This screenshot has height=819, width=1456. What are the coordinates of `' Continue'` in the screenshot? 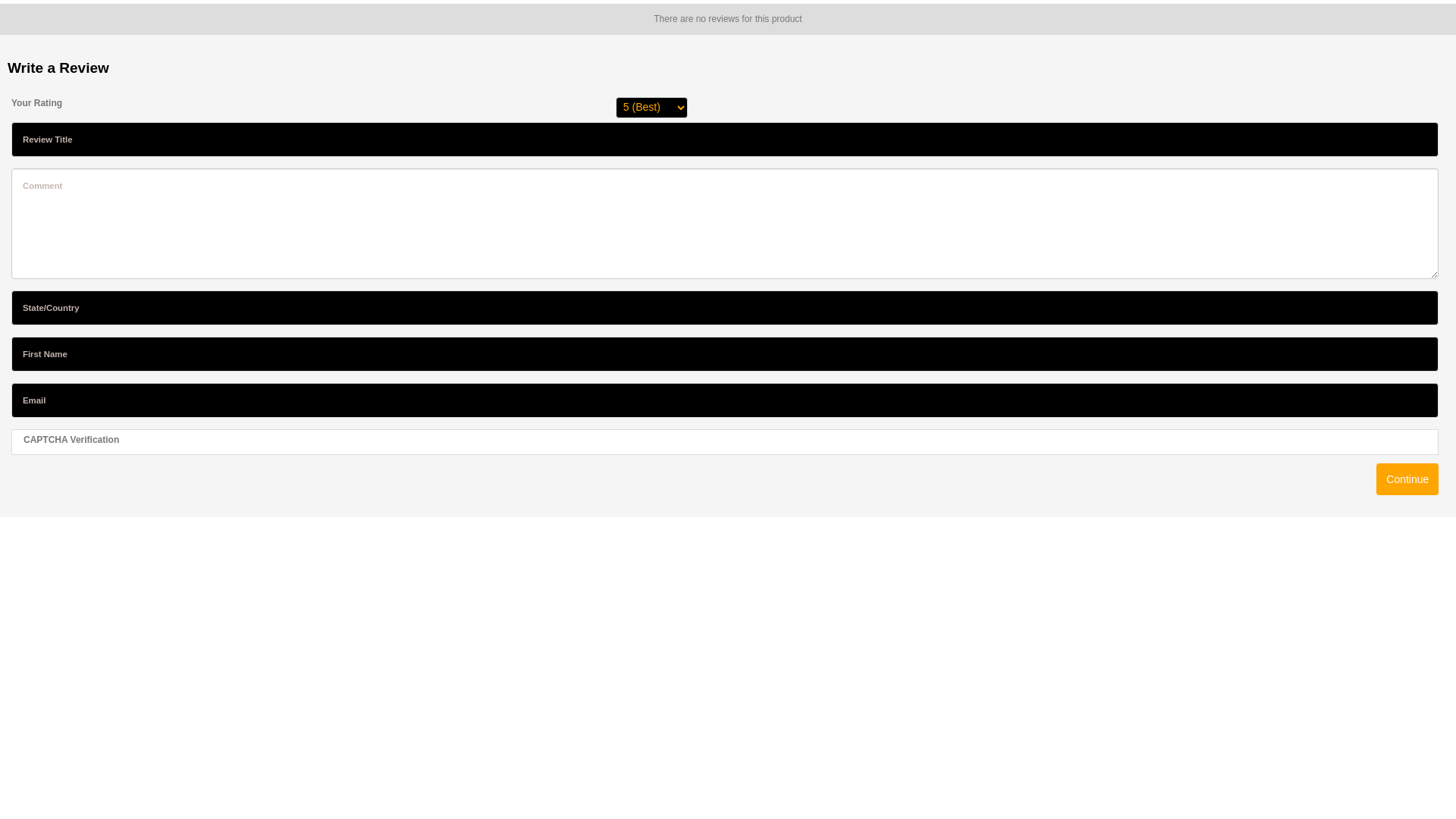 It's located at (1407, 479).